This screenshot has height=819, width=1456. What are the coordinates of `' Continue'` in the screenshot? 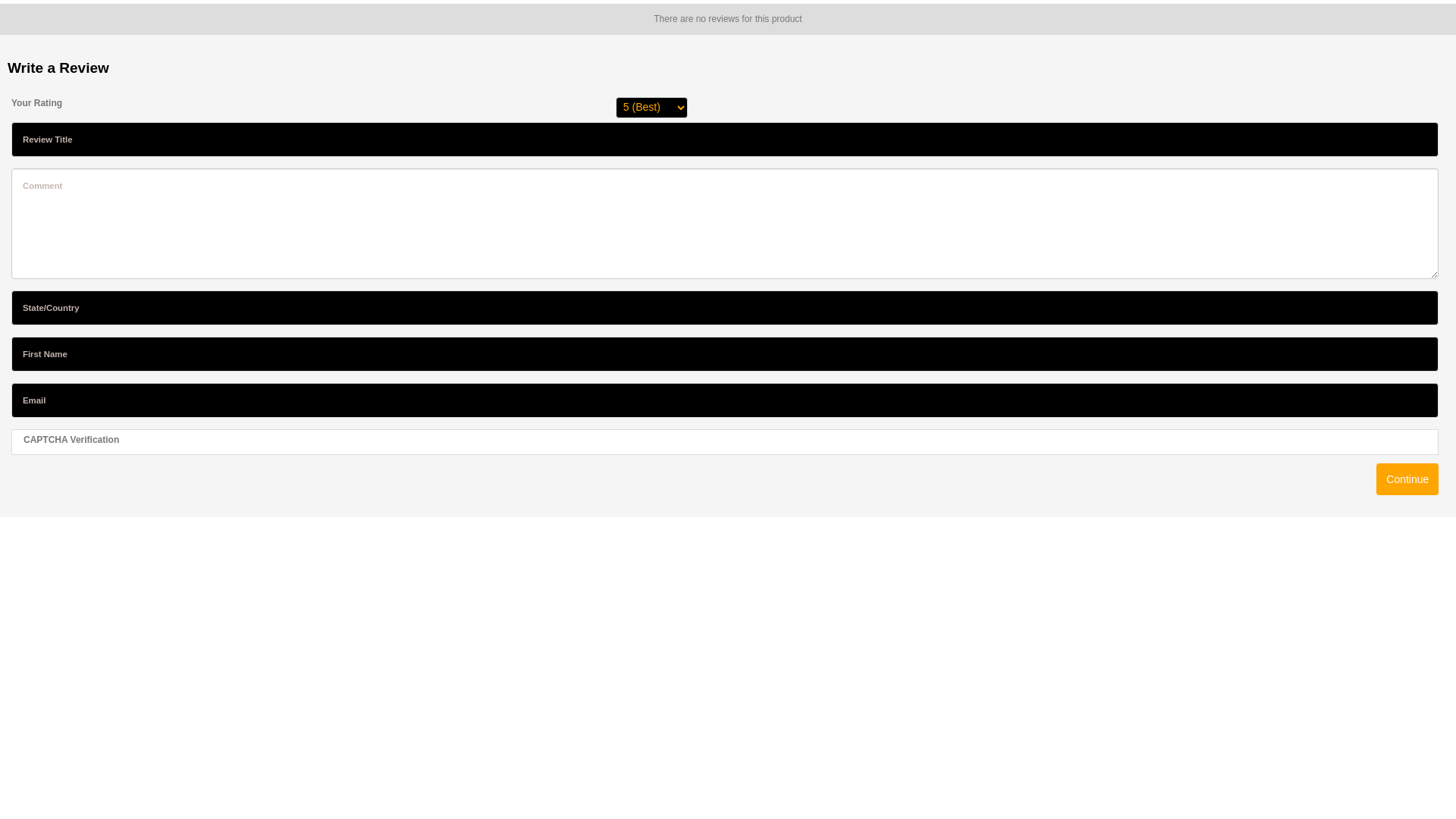 It's located at (1407, 479).